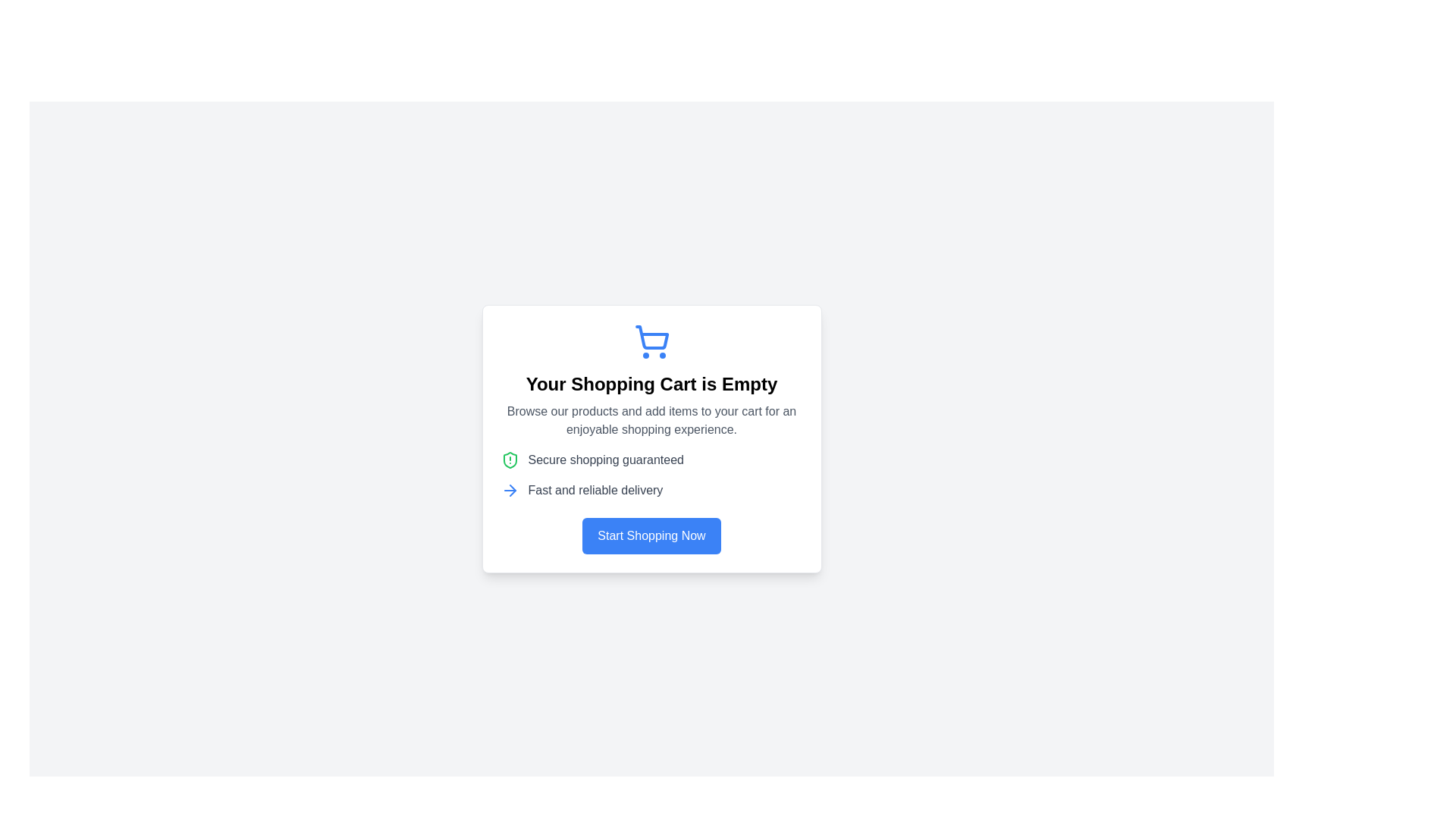 This screenshot has height=819, width=1456. I want to click on the 'Start Shopping Now' button with a vivid blue background and white text, so click(651, 535).